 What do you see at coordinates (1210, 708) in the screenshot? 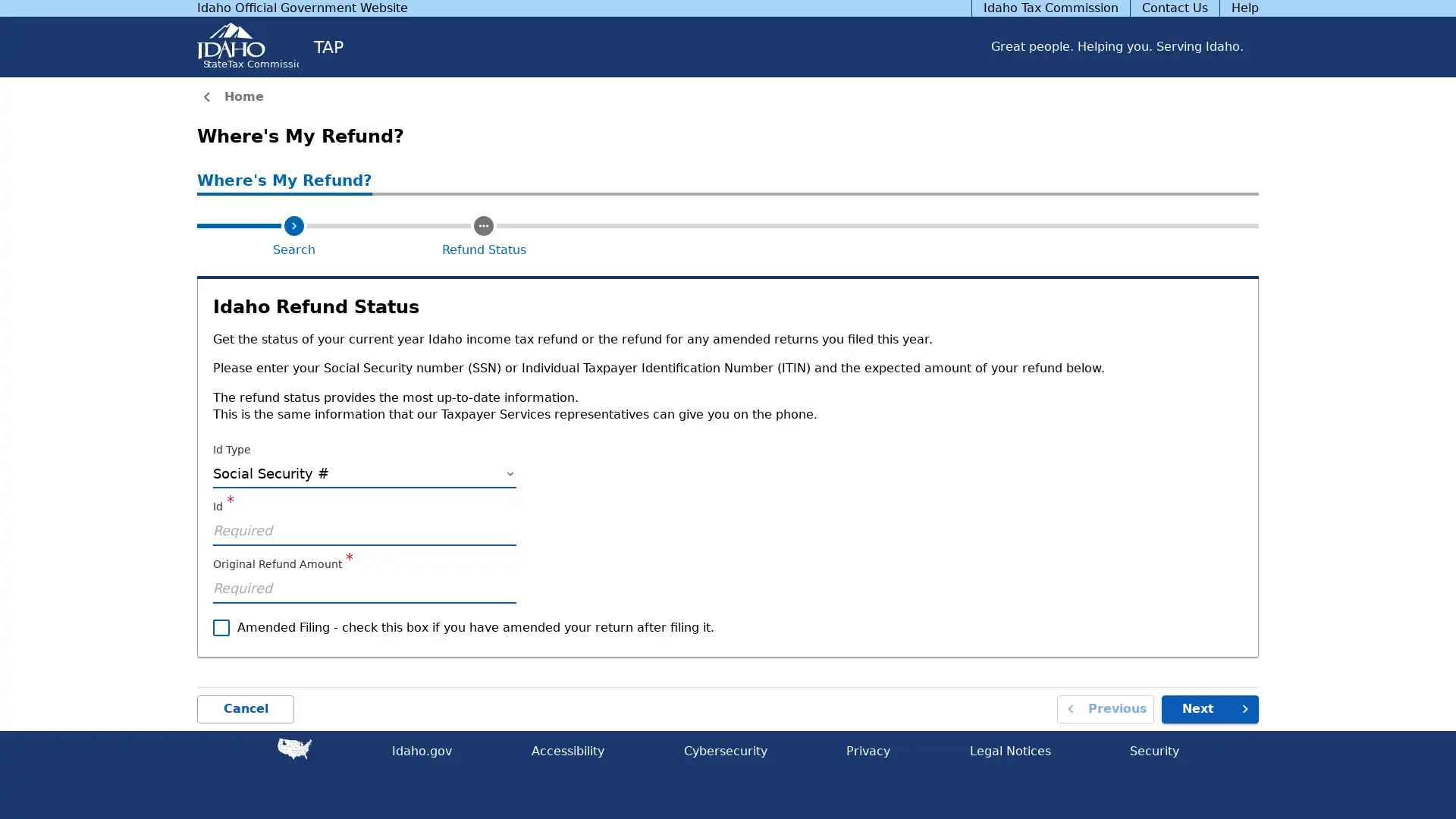
I see `Next` at bounding box center [1210, 708].